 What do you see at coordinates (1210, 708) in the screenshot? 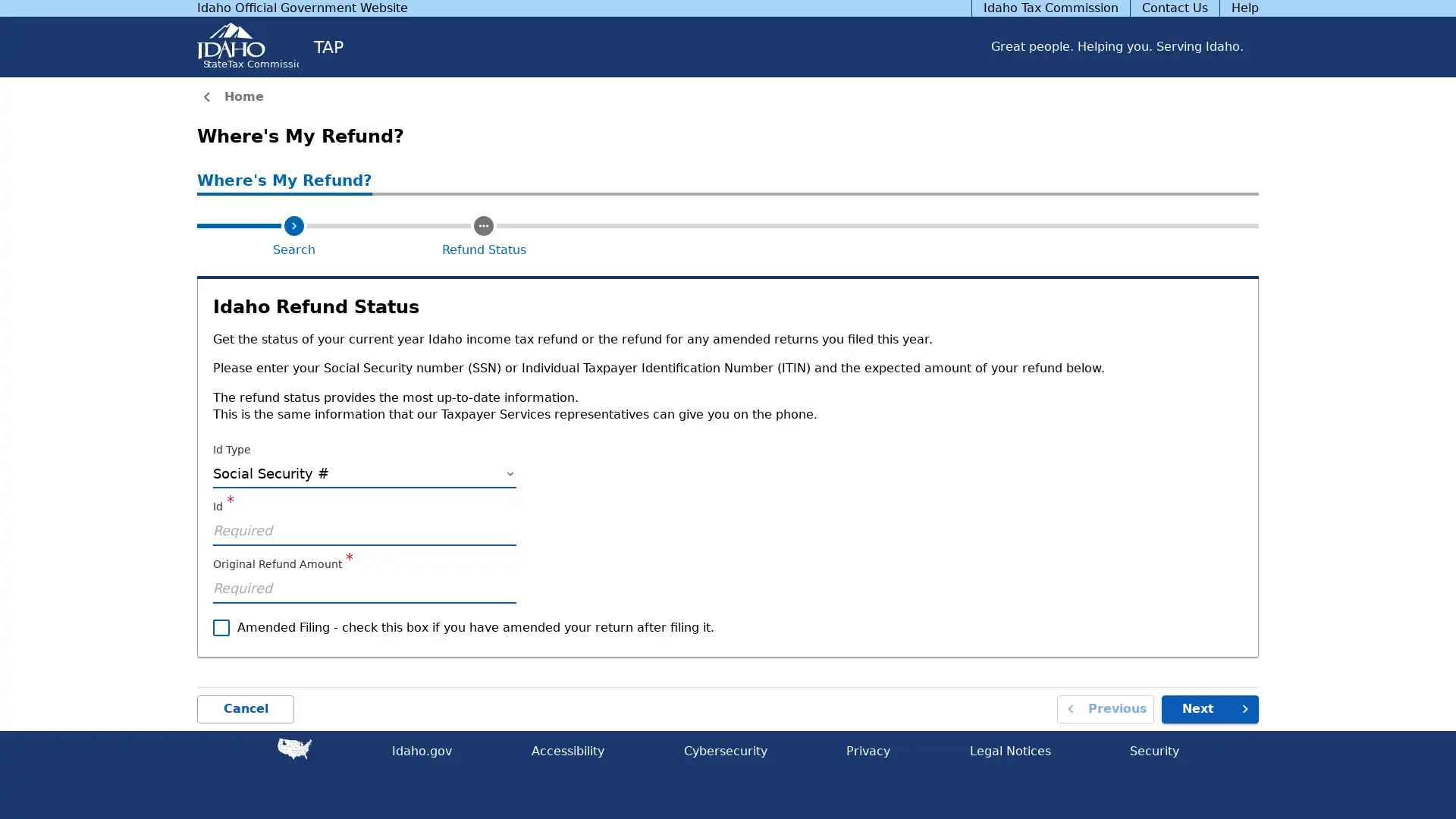
I see `Next` at bounding box center [1210, 708].